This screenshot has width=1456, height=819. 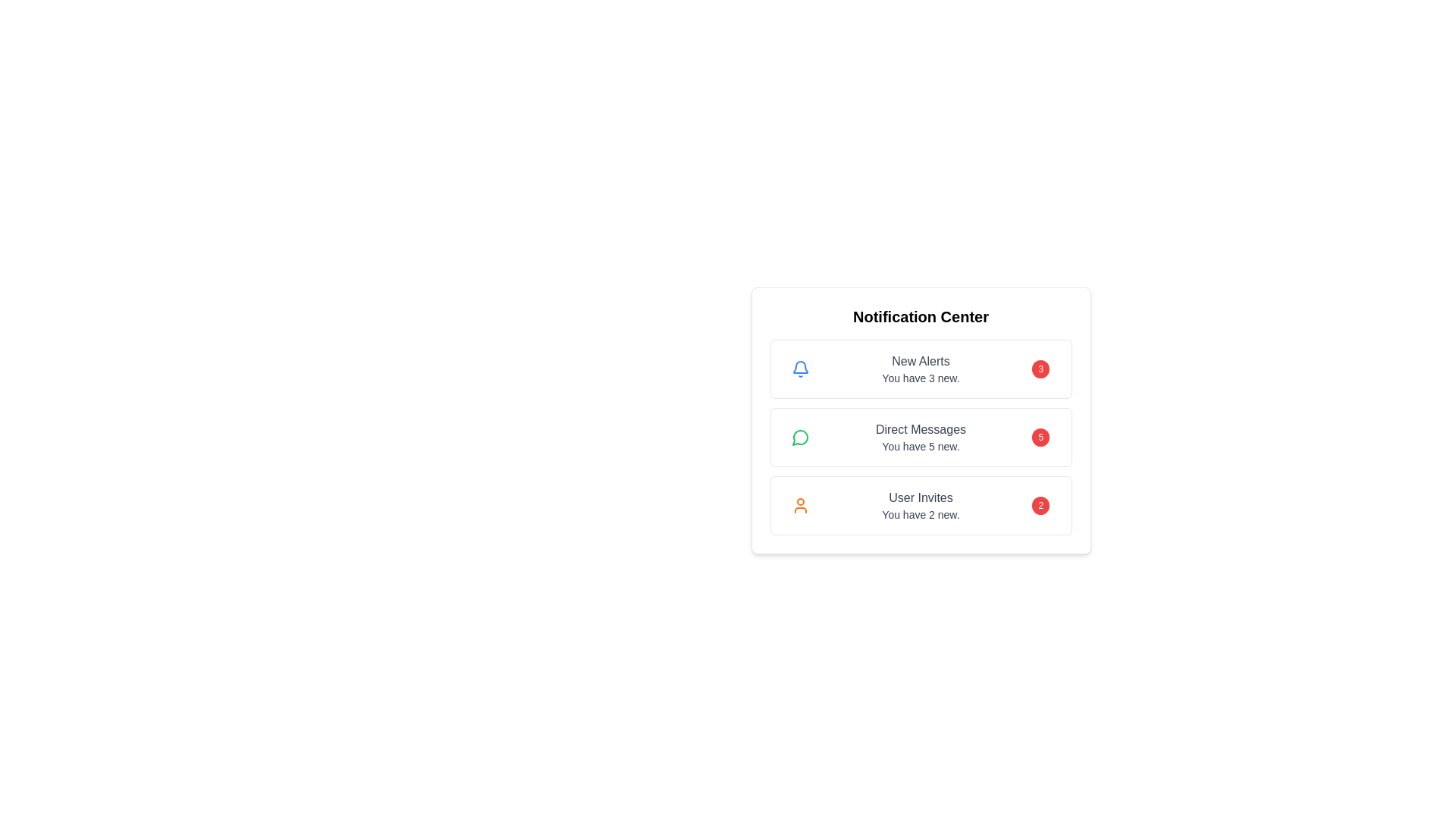 I want to click on the Notification badge displaying the number '5' located in the 'Direct Messages' section of the 'Notification Center', so click(x=1040, y=438).